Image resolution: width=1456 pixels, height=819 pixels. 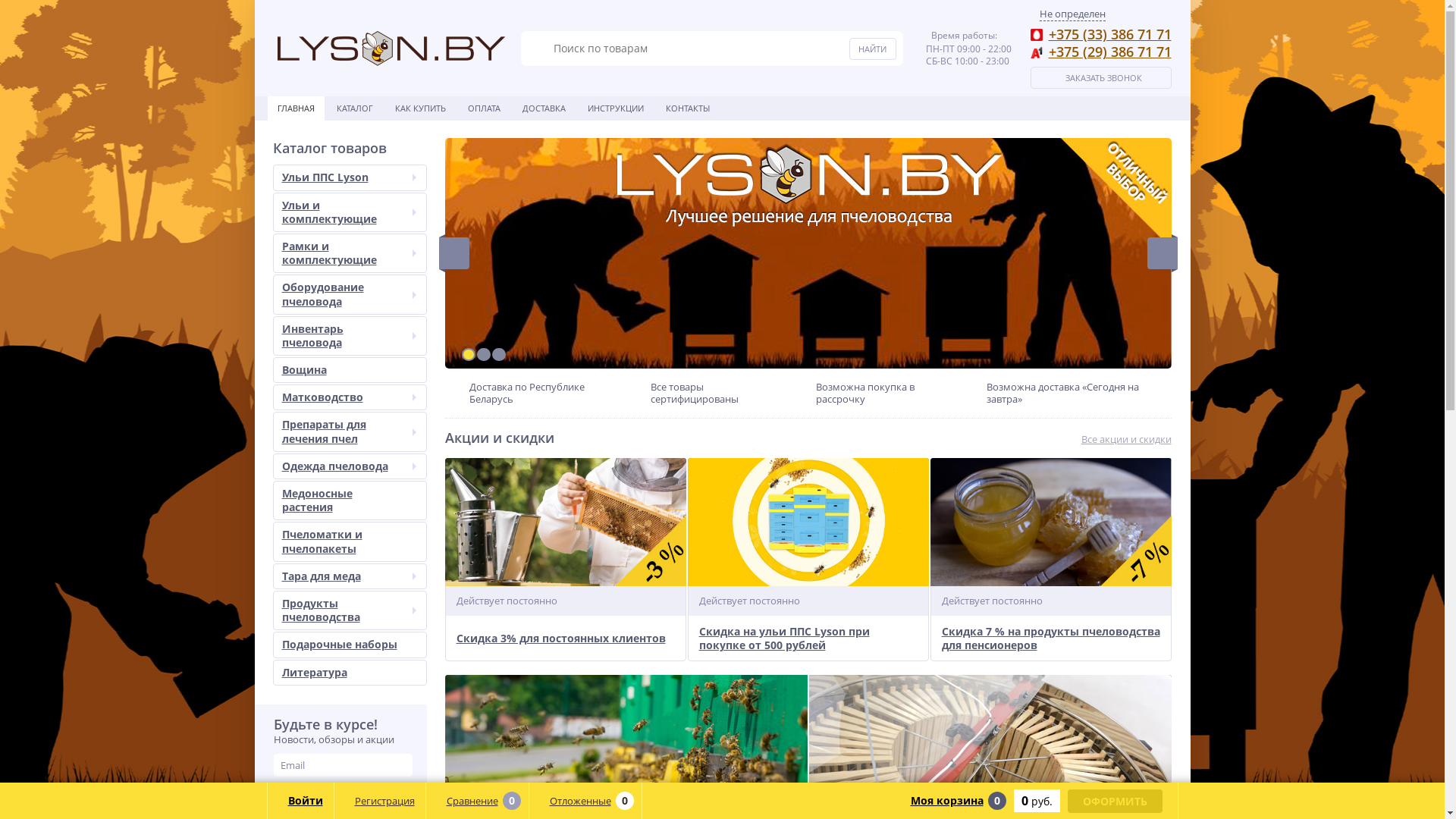 I want to click on '3', so click(x=498, y=354).